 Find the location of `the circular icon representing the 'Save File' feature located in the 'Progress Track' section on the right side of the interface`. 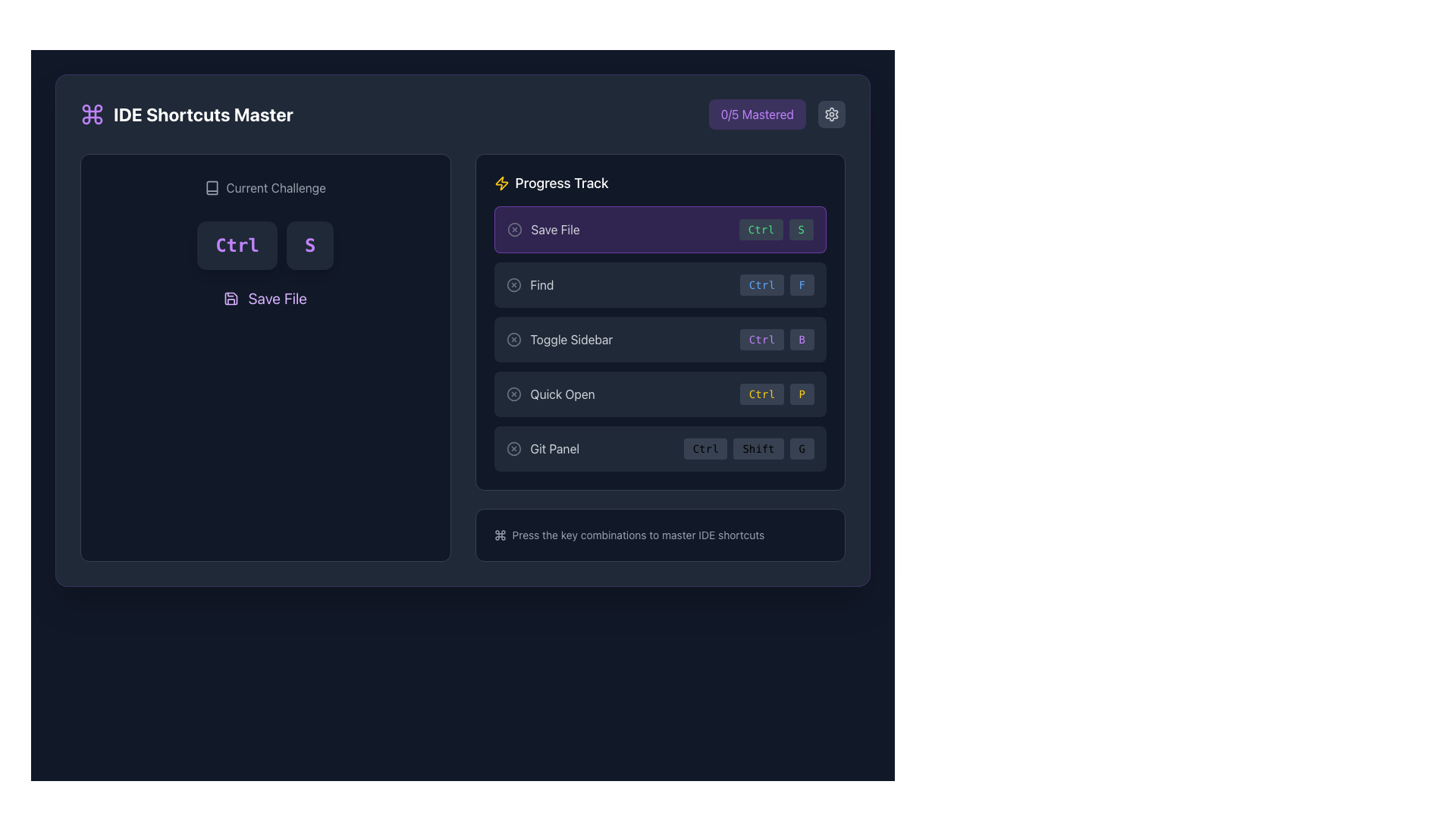

the circular icon representing the 'Save File' feature located in the 'Progress Track' section on the right side of the interface is located at coordinates (514, 230).